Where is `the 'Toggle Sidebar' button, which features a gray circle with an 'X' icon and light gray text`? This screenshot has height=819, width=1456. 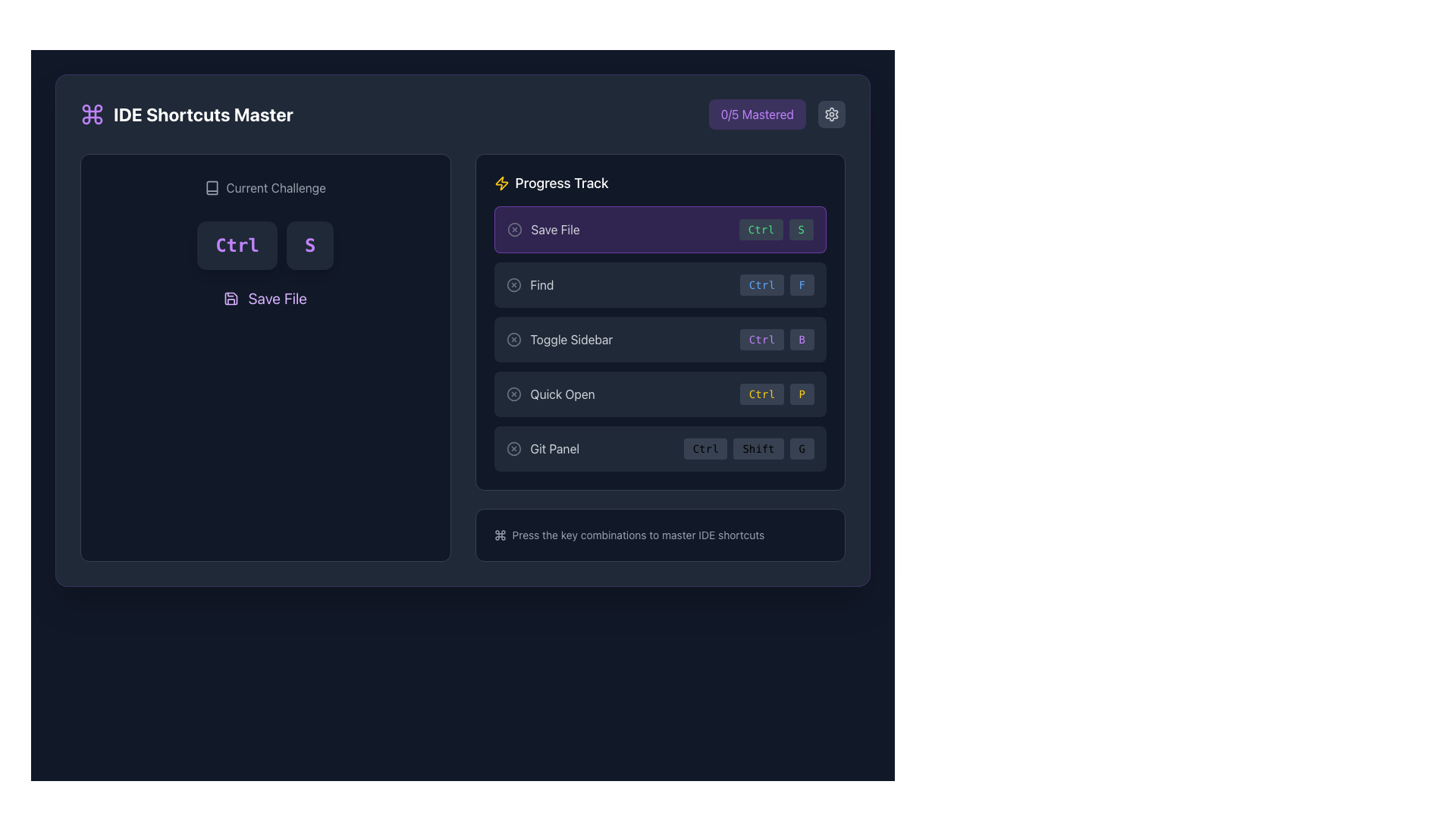 the 'Toggle Sidebar' button, which features a gray circle with an 'X' icon and light gray text is located at coordinates (558, 338).